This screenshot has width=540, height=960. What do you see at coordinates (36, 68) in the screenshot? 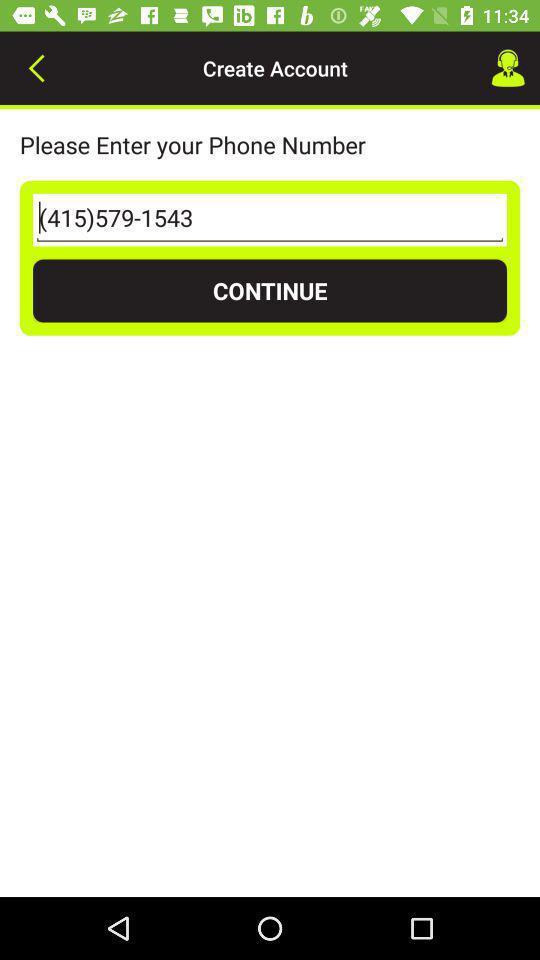
I see `icon to the left of create account icon` at bounding box center [36, 68].